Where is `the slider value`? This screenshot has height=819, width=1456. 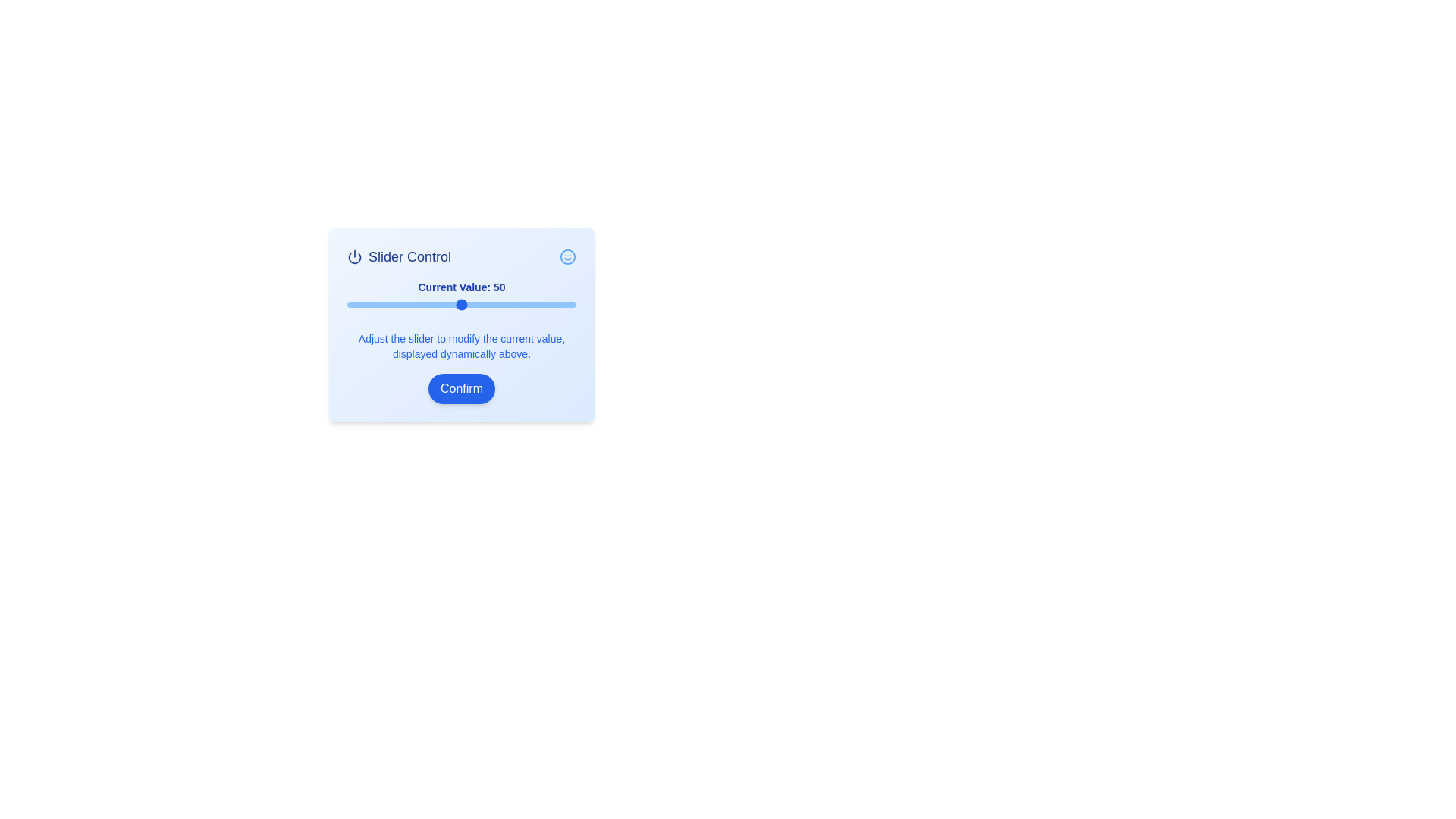
the slider value is located at coordinates (451, 304).